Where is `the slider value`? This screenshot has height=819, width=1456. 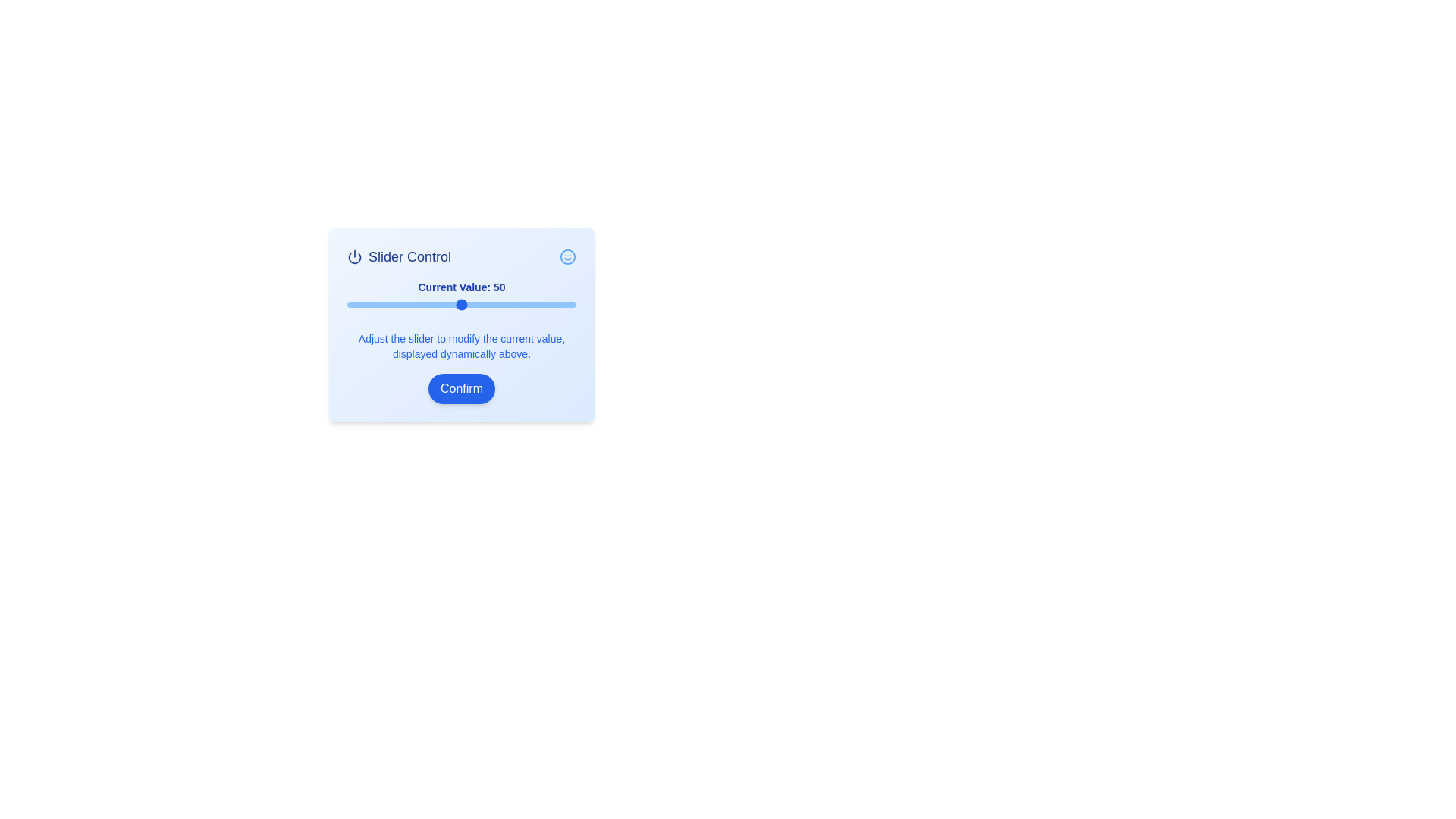
the slider value is located at coordinates (451, 304).